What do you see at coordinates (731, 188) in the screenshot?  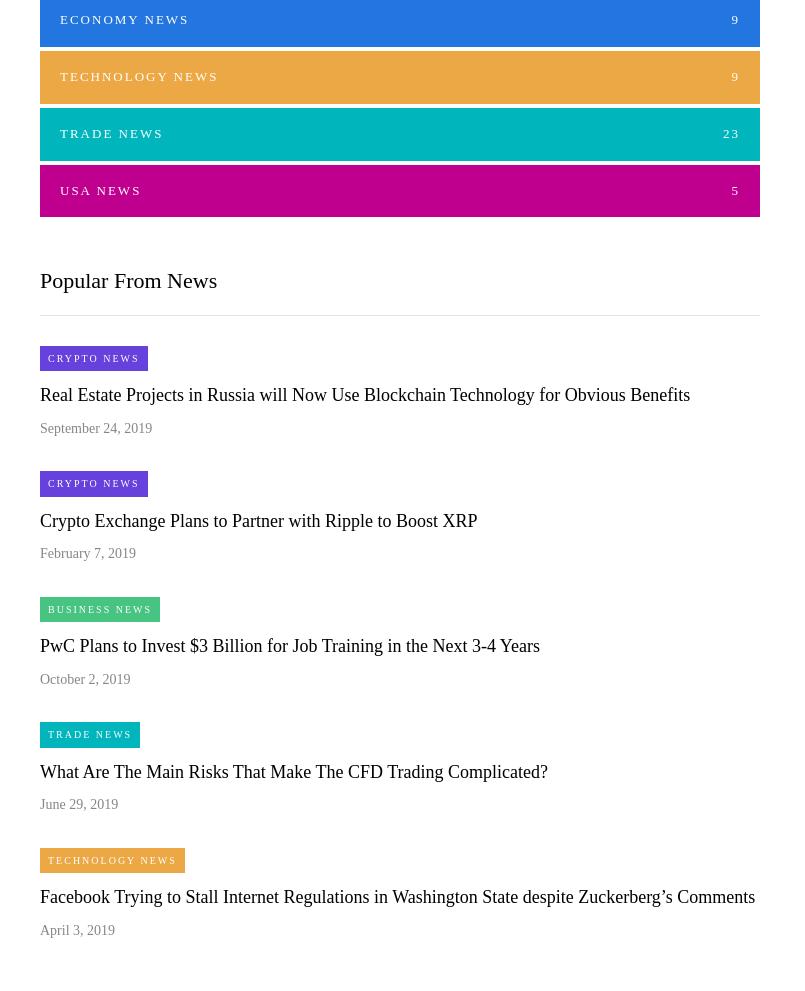 I see `'5'` at bounding box center [731, 188].